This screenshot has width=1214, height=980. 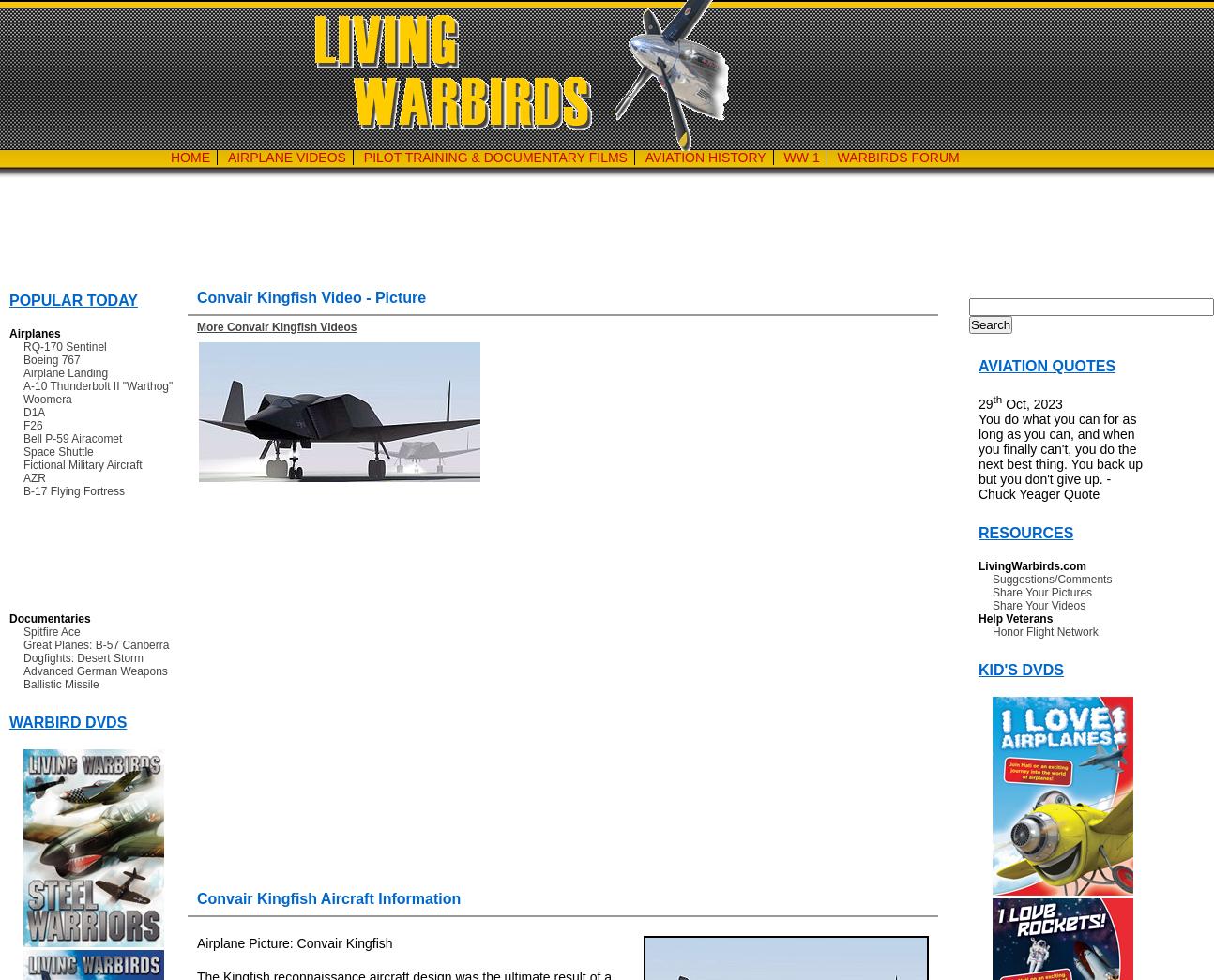 What do you see at coordinates (22, 463) in the screenshot?
I see `'Fictional Military Aircraft'` at bounding box center [22, 463].